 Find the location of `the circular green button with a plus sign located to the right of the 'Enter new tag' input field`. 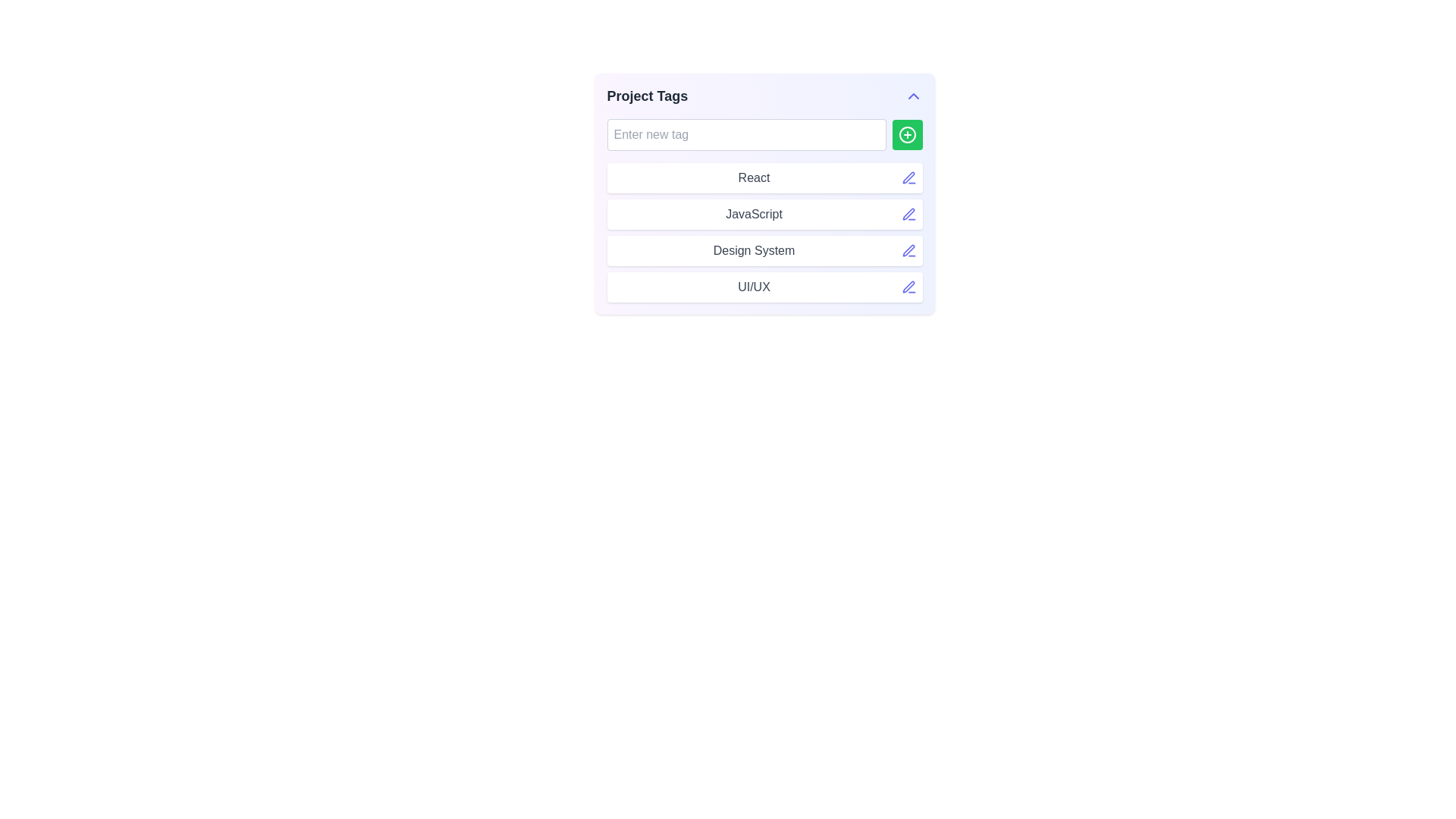

the circular green button with a plus sign located to the right of the 'Enter new tag' input field is located at coordinates (907, 133).